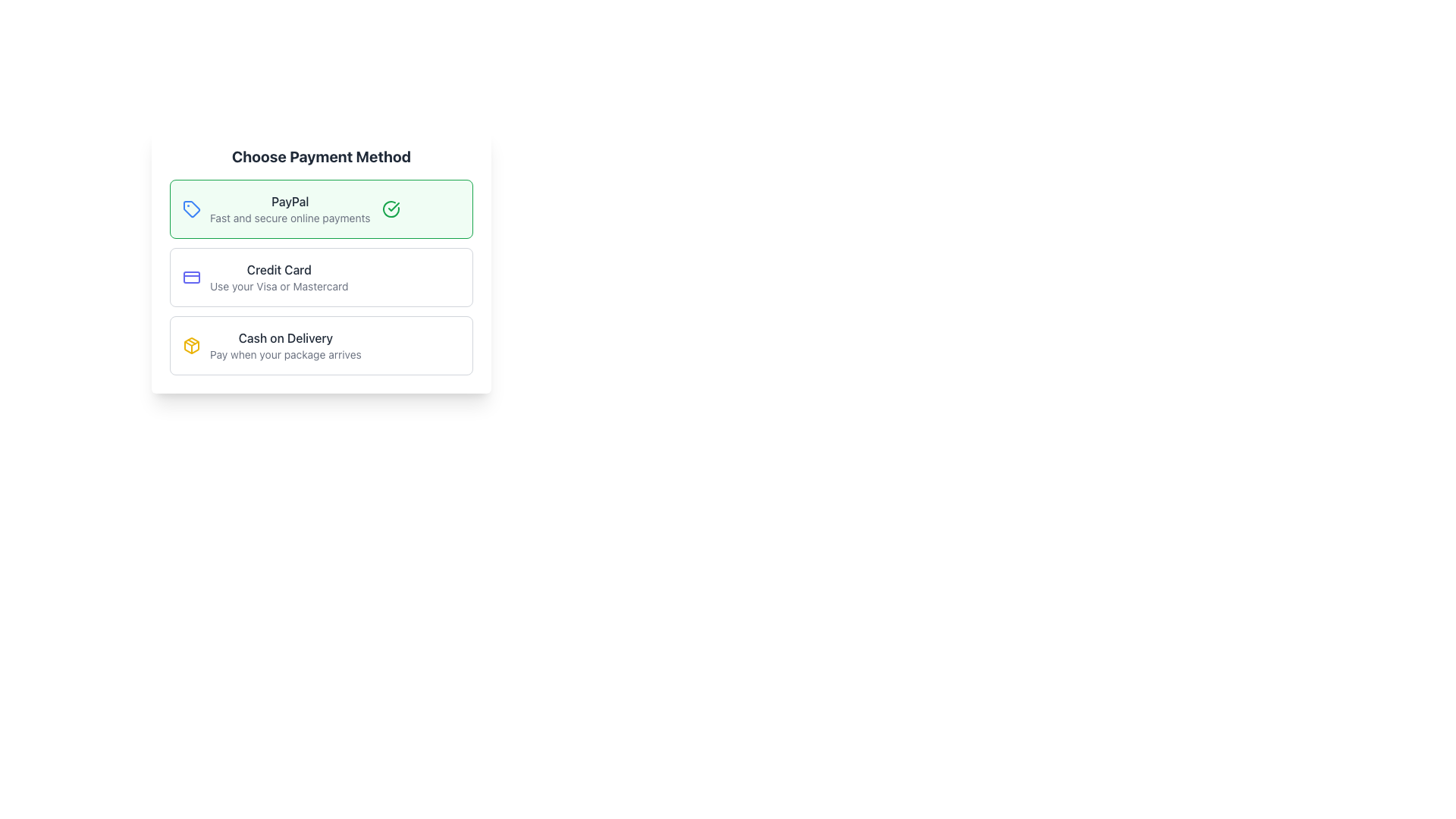 The image size is (1456, 819). Describe the element at coordinates (191, 344) in the screenshot. I see `the triangular decorative graphic component within the 'Cash on Delivery' icon, which is styled in orange-yellow and located in the third payment option block` at that location.